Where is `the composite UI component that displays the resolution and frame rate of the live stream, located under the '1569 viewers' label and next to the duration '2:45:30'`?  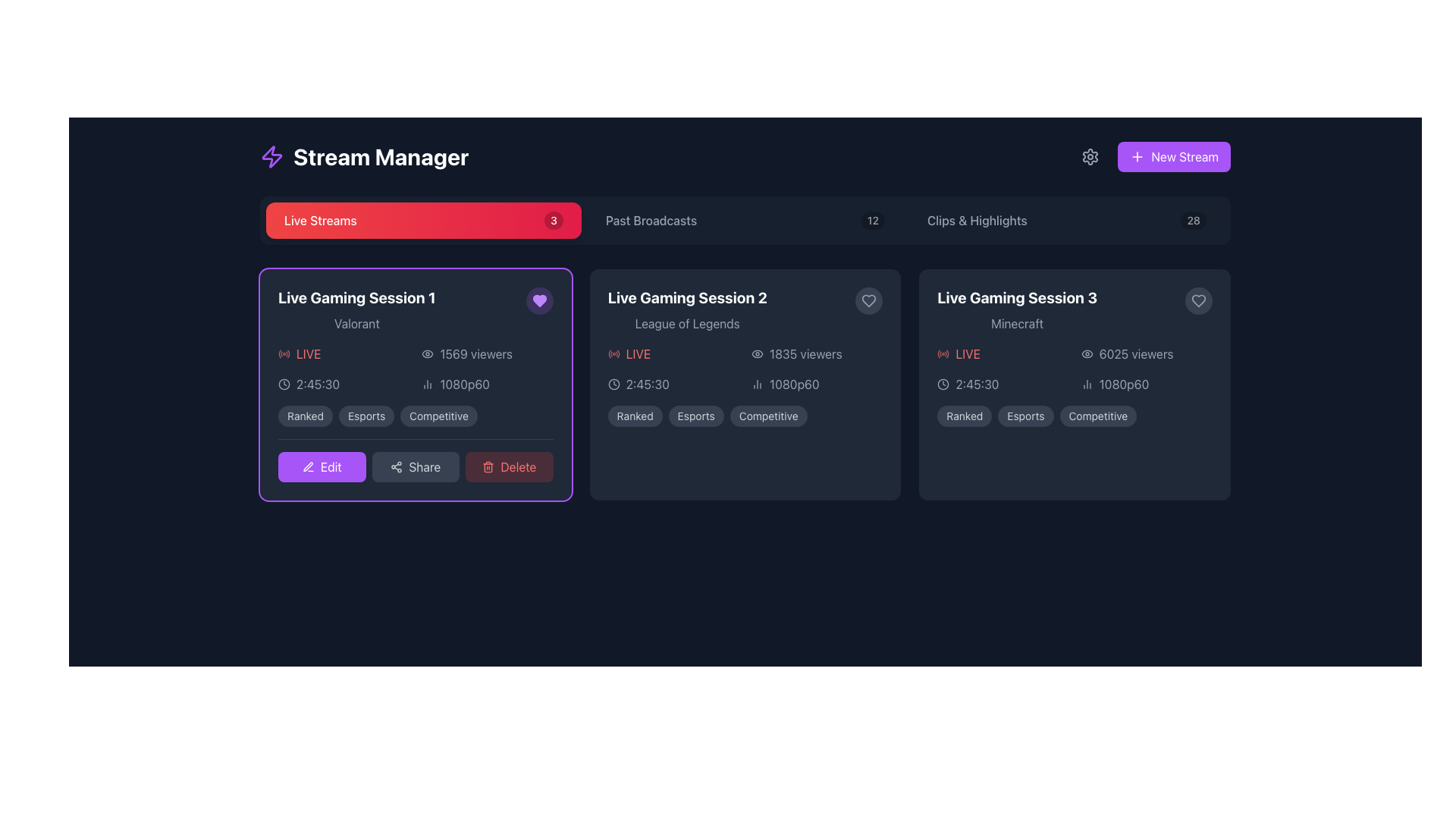 the composite UI component that displays the resolution and frame rate of the live stream, located under the '1569 viewers' label and next to the duration '2:45:30' is located at coordinates (488, 383).